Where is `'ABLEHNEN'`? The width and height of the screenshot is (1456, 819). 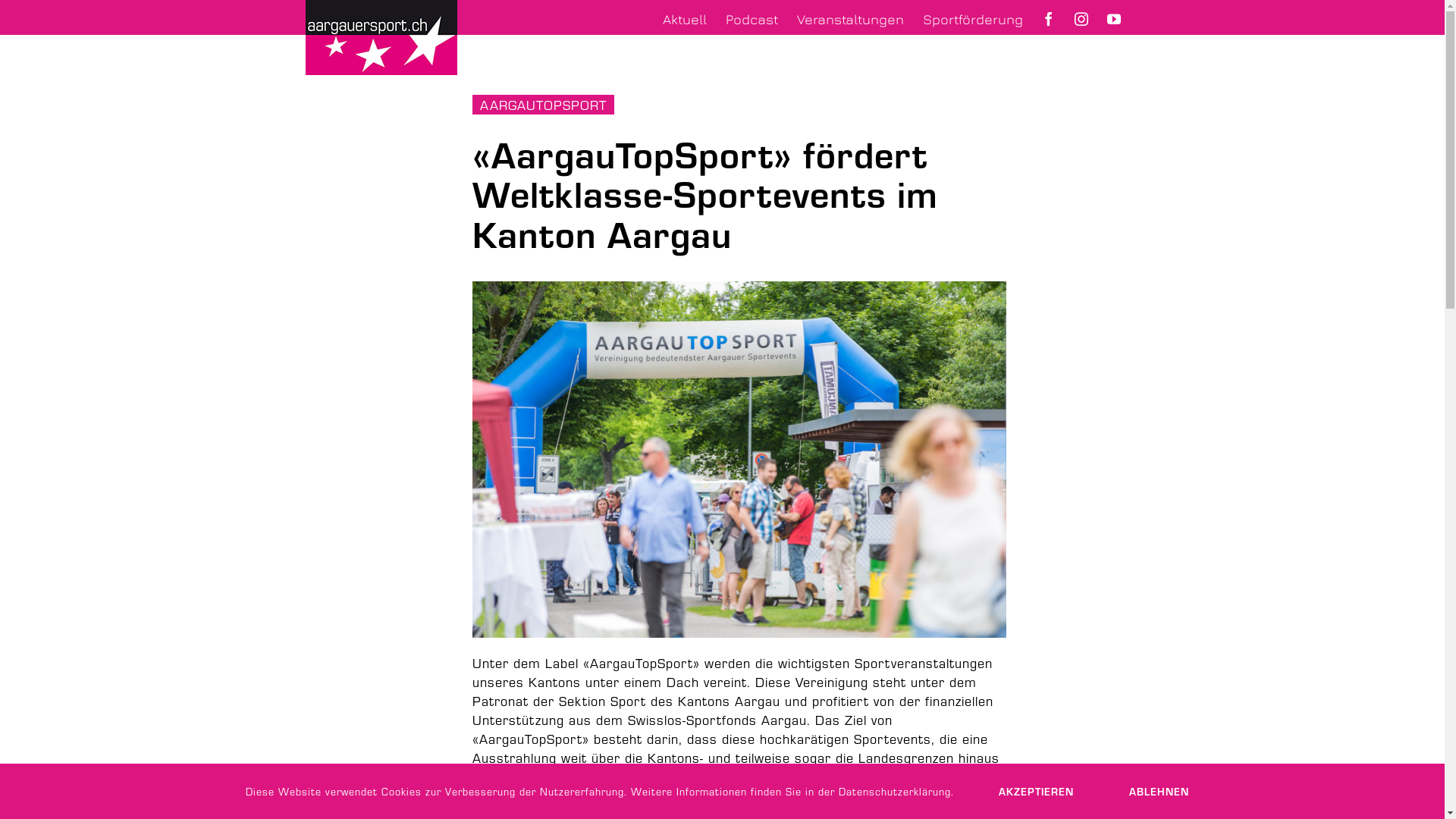 'ABLEHNEN' is located at coordinates (1158, 790).